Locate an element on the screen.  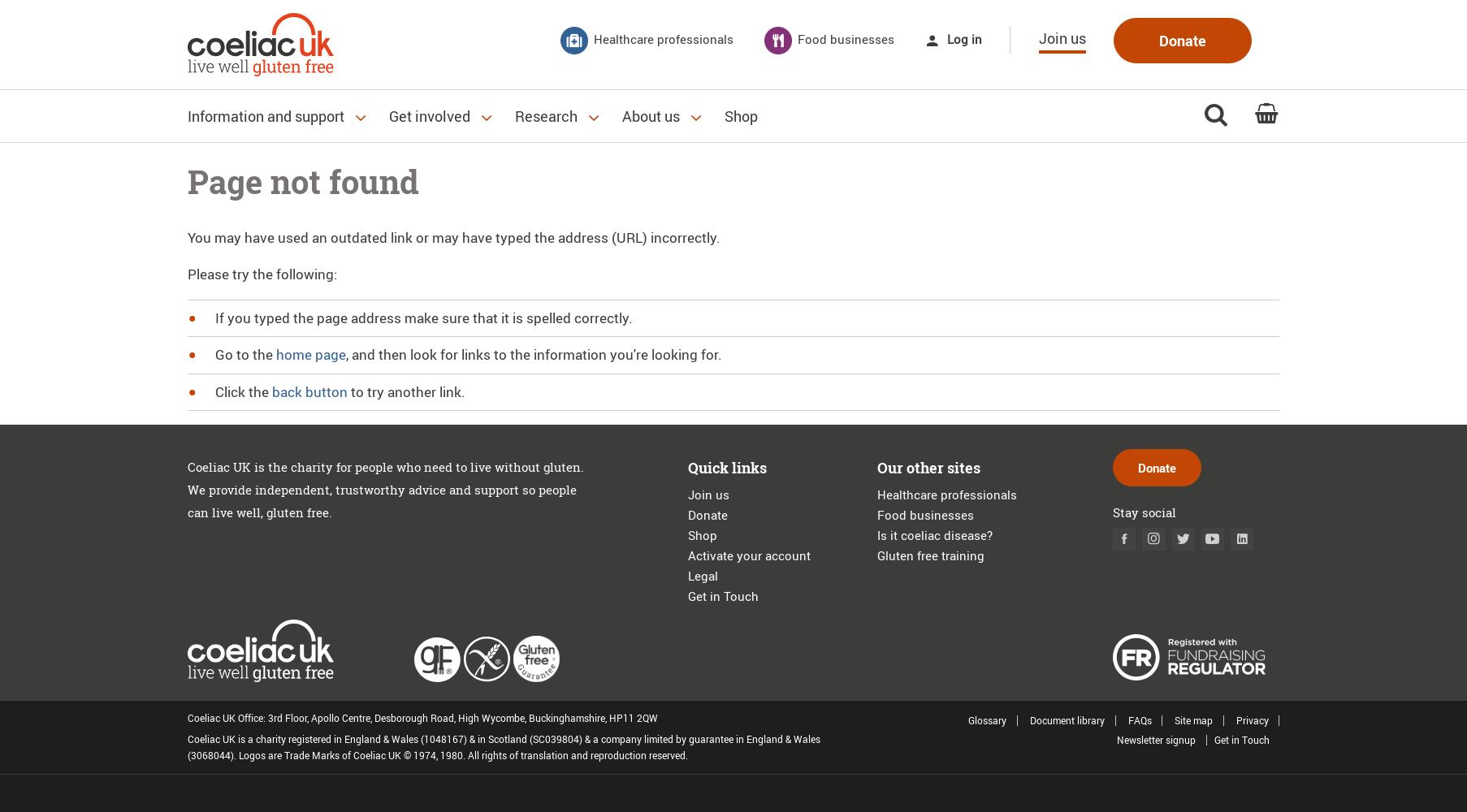
'Get in Touch' is located at coordinates (722, 595).